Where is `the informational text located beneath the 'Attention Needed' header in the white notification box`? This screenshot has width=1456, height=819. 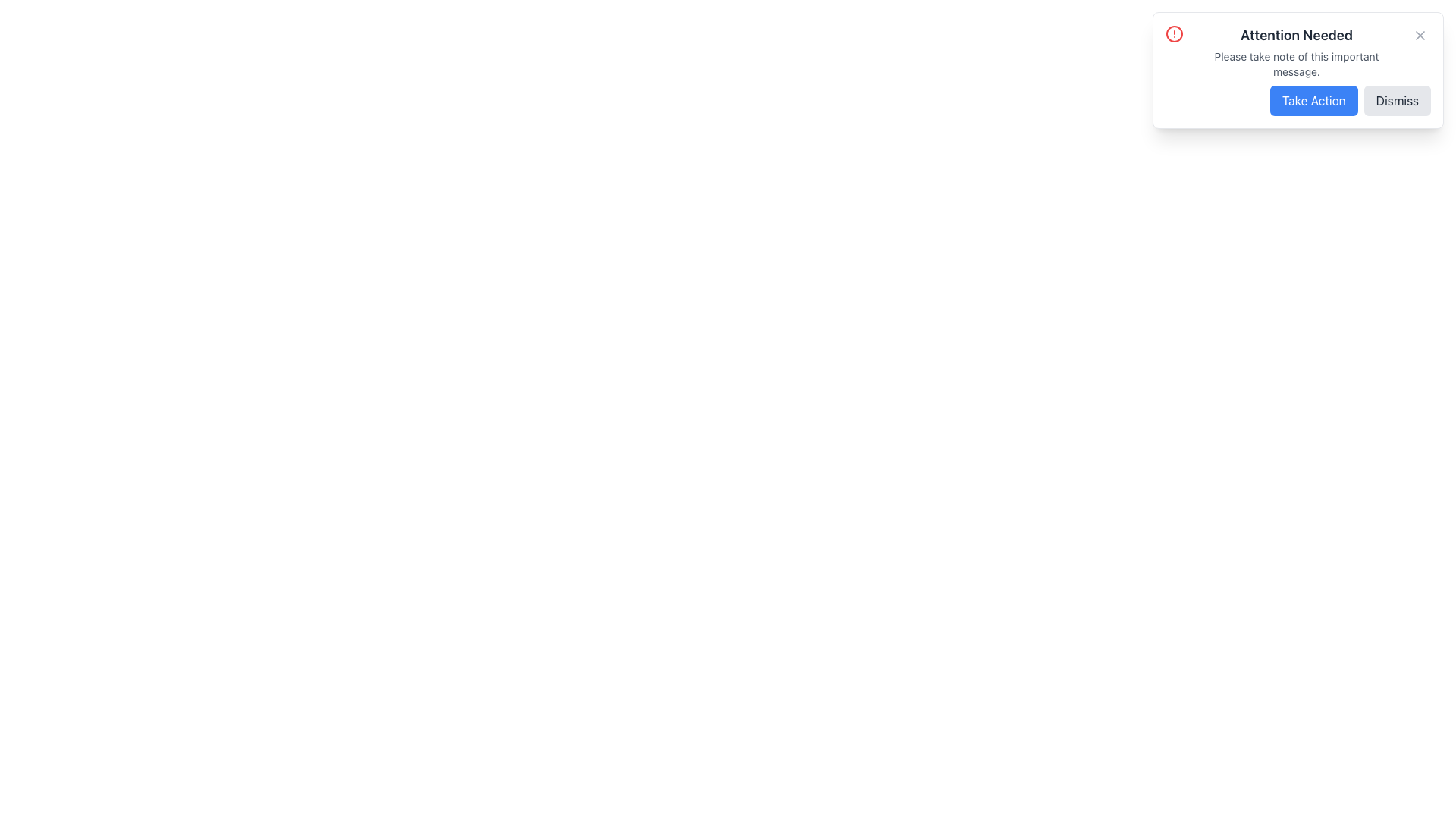
the informational text located beneath the 'Attention Needed' header in the white notification box is located at coordinates (1295, 63).